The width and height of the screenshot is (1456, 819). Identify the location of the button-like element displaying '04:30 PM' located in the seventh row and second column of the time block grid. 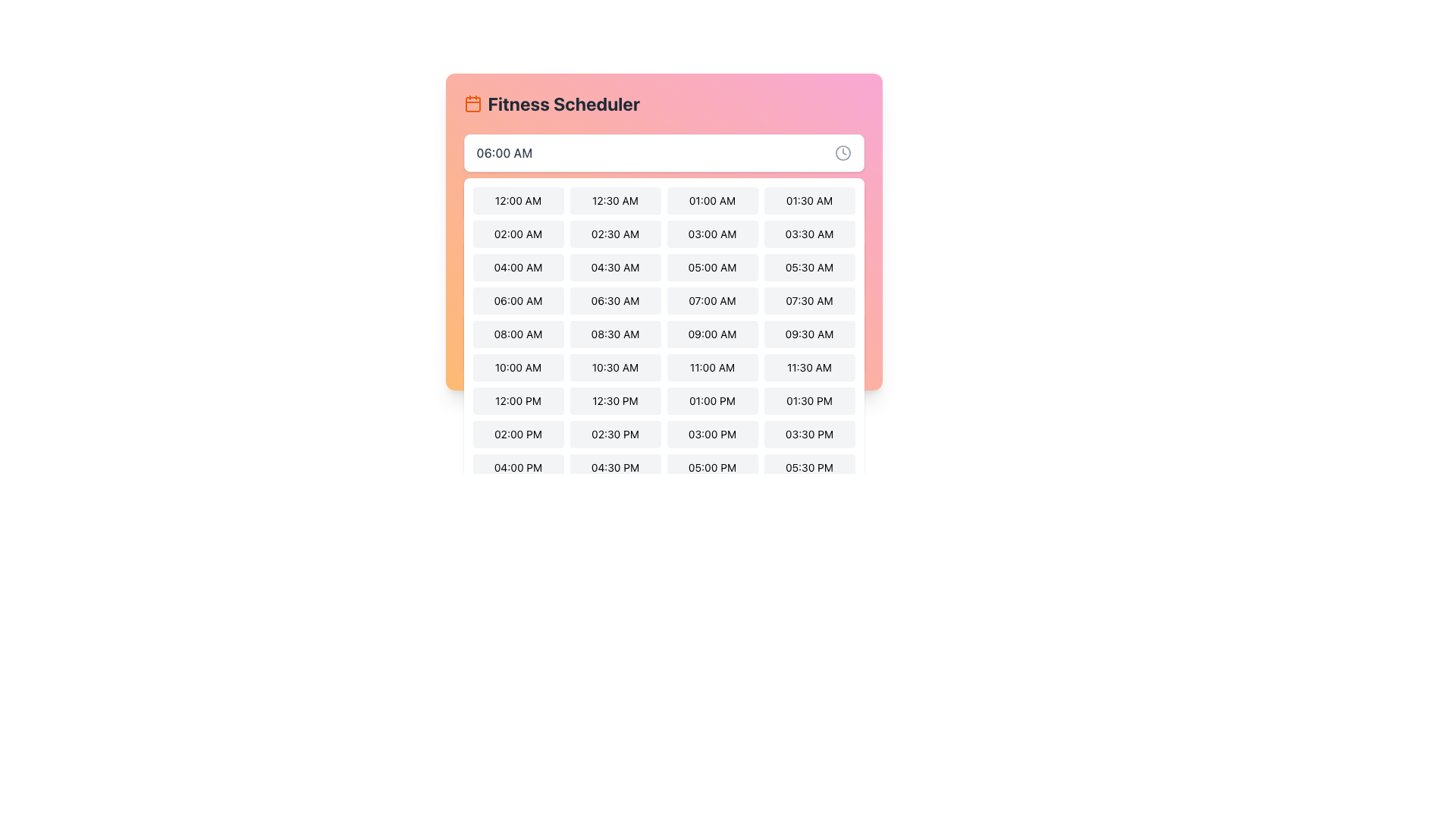
(615, 467).